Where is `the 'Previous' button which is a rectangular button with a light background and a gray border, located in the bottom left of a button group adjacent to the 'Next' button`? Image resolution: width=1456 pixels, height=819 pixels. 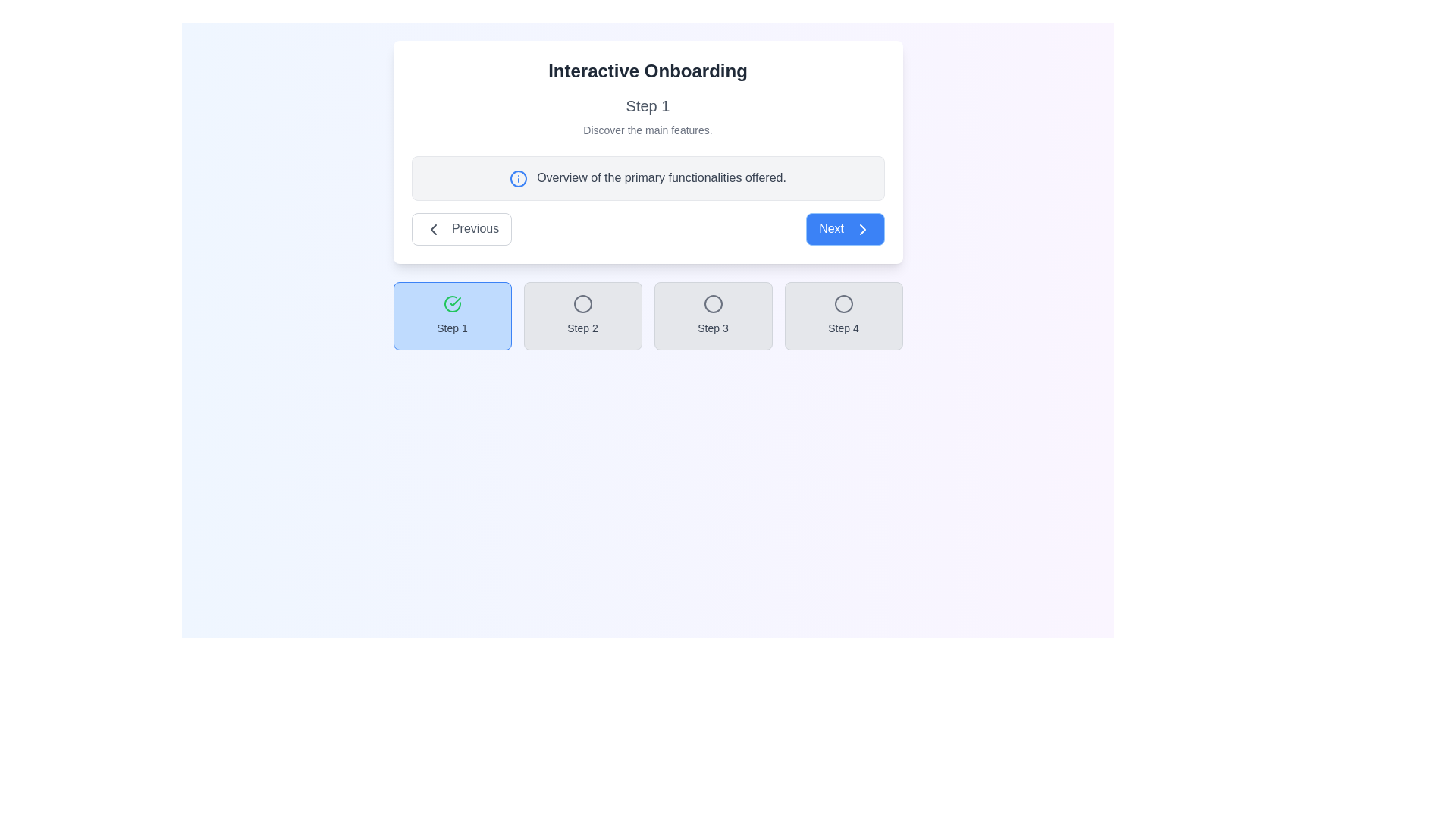
the 'Previous' button which is a rectangular button with a light background and a gray border, located in the bottom left of a button group adjacent to the 'Next' button is located at coordinates (460, 229).